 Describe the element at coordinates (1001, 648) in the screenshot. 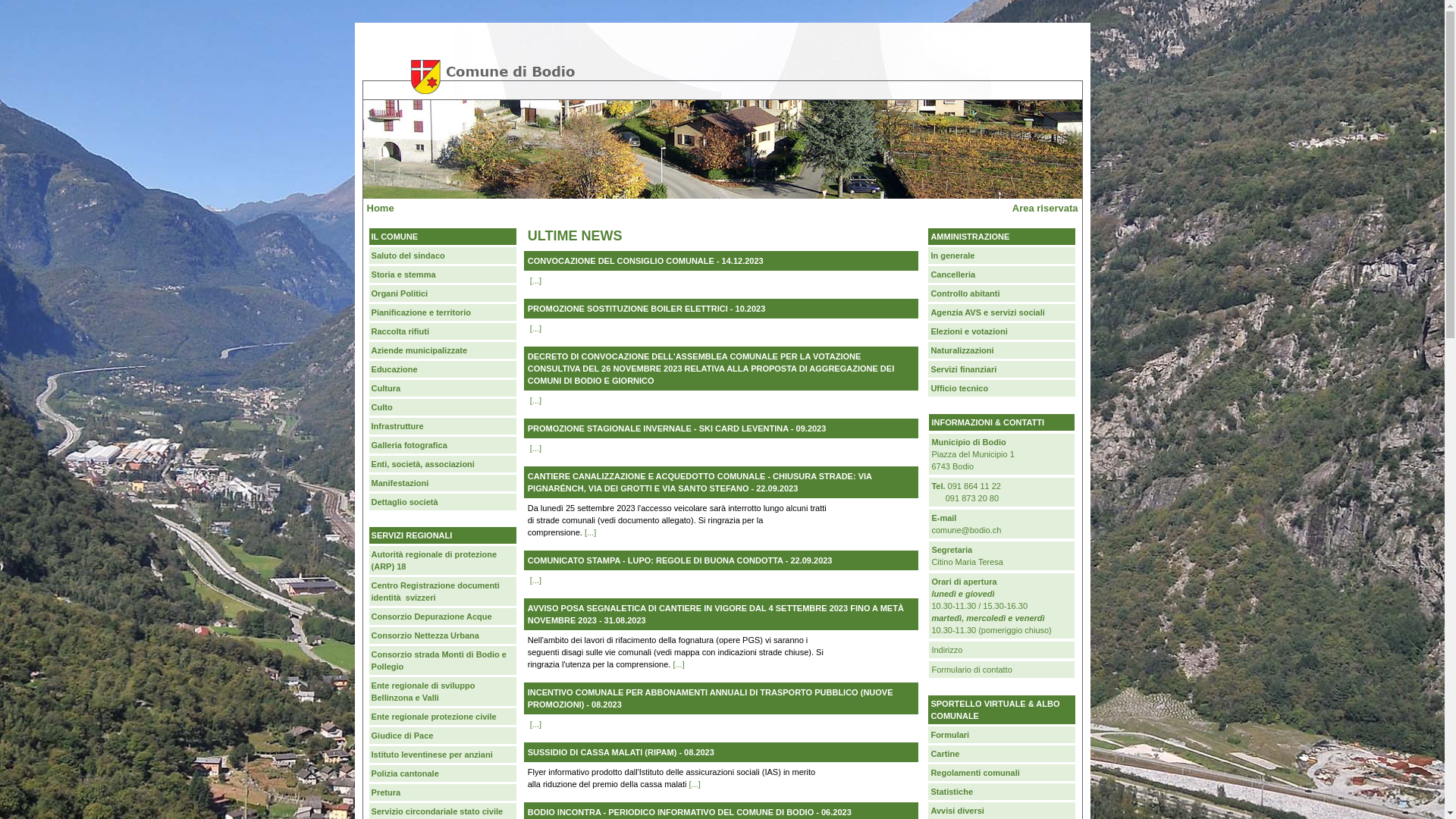

I see `'Indirizzo'` at that location.